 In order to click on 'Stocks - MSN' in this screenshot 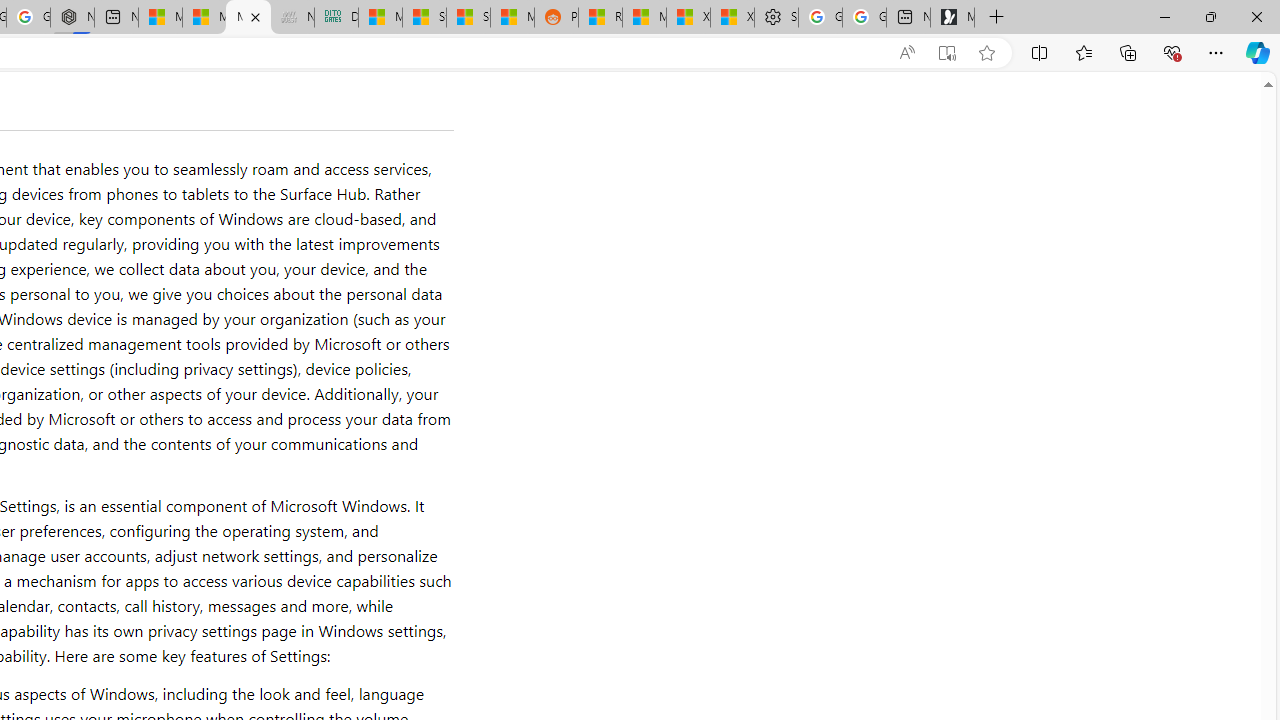, I will do `click(467, 17)`.